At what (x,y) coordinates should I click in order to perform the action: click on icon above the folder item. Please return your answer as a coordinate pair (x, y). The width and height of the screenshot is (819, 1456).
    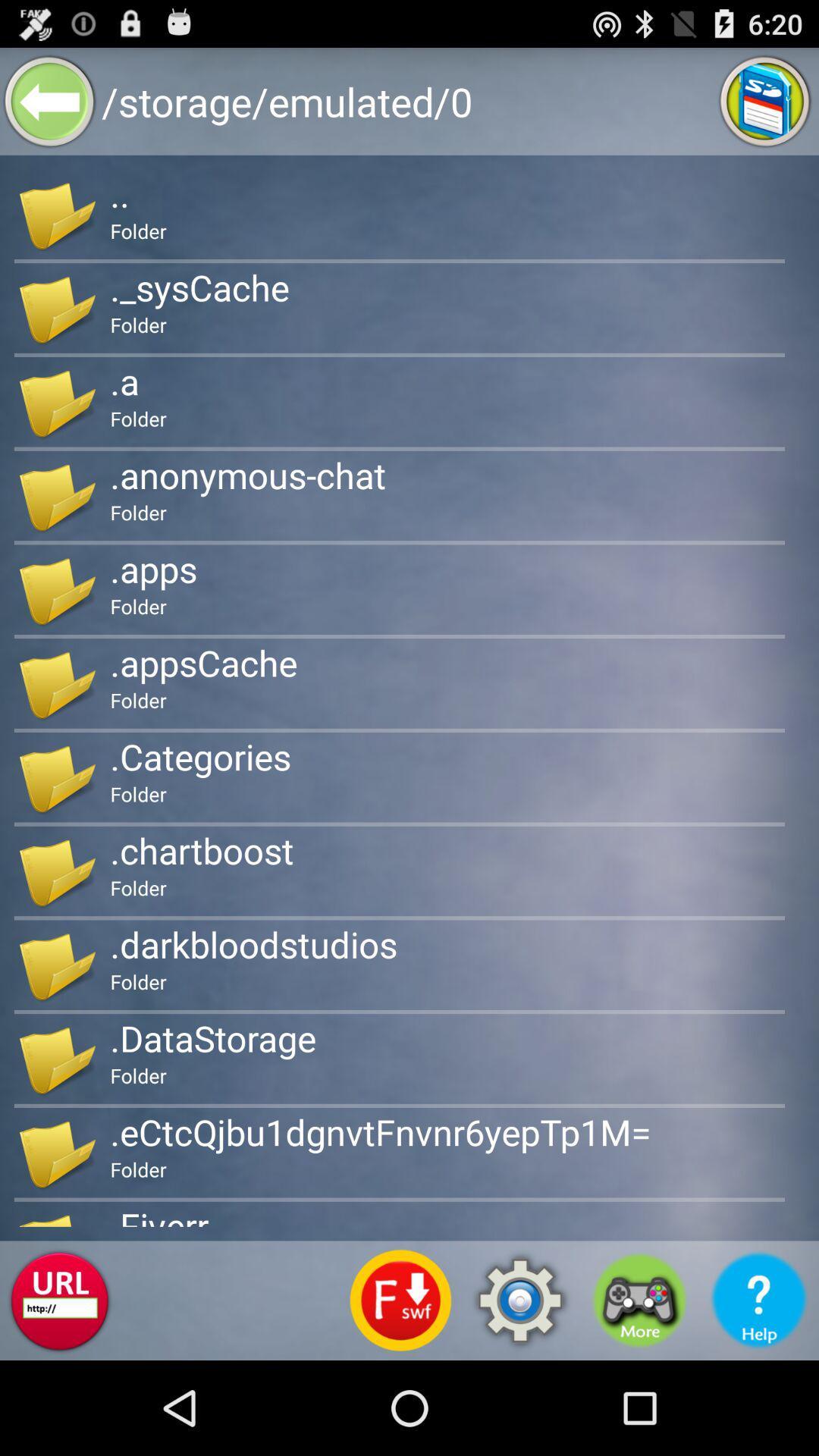
    Looking at the image, I should click on (202, 663).